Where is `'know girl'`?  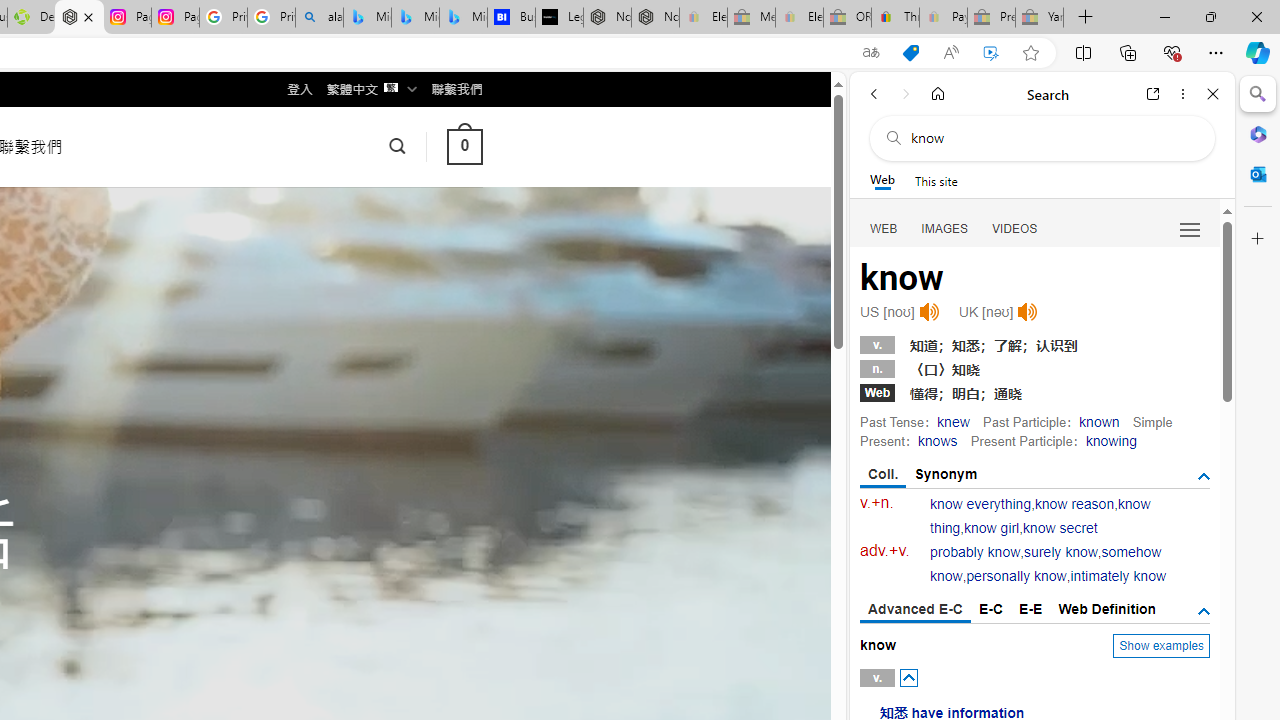 'know girl' is located at coordinates (991, 527).